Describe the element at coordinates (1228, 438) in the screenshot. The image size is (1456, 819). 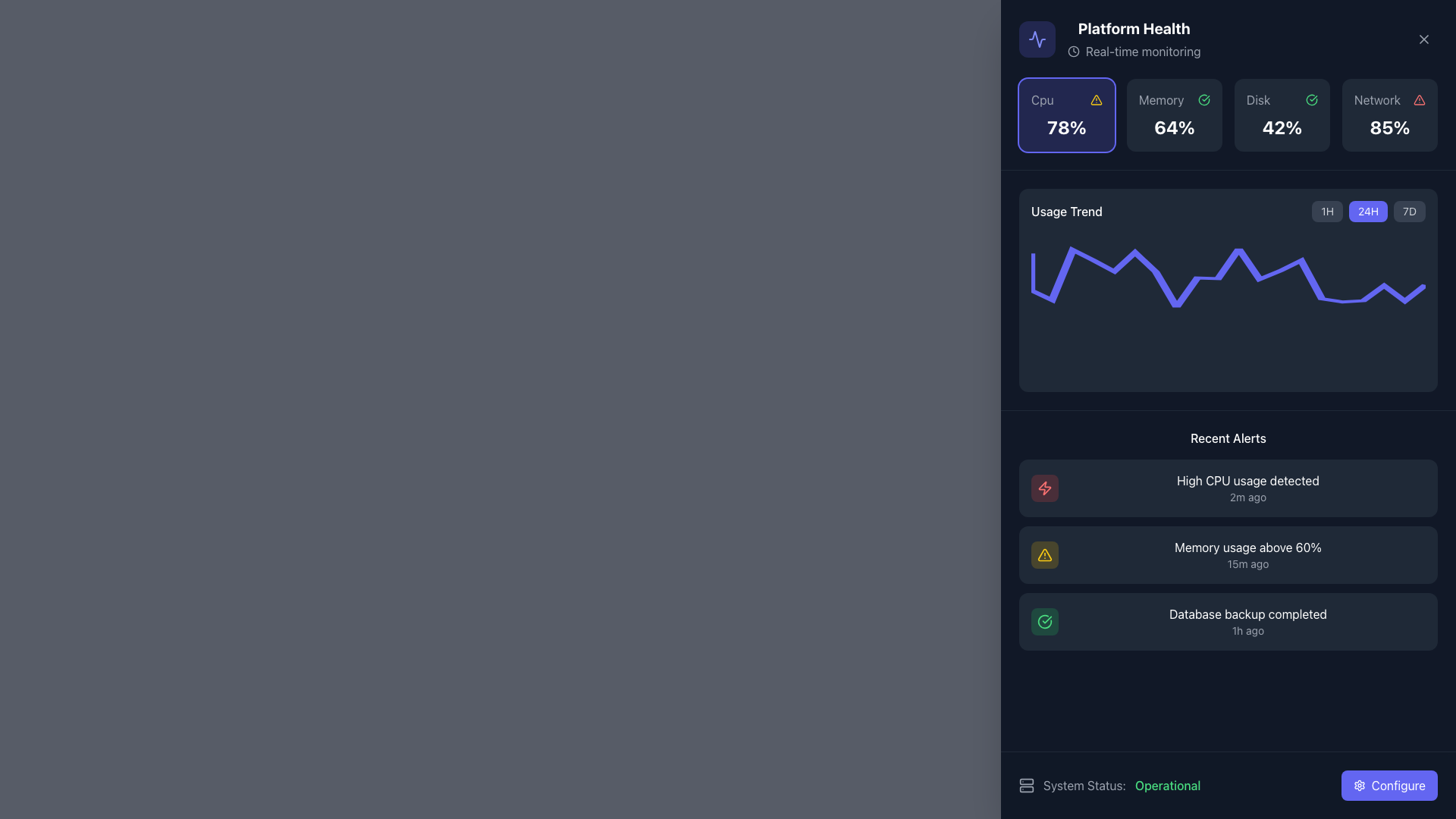
I see `the static text heading displaying 'Recent Alerts', which is styled in white font on a dark blue background, positioned above the alert cards in the lower-right section of the interface` at that location.